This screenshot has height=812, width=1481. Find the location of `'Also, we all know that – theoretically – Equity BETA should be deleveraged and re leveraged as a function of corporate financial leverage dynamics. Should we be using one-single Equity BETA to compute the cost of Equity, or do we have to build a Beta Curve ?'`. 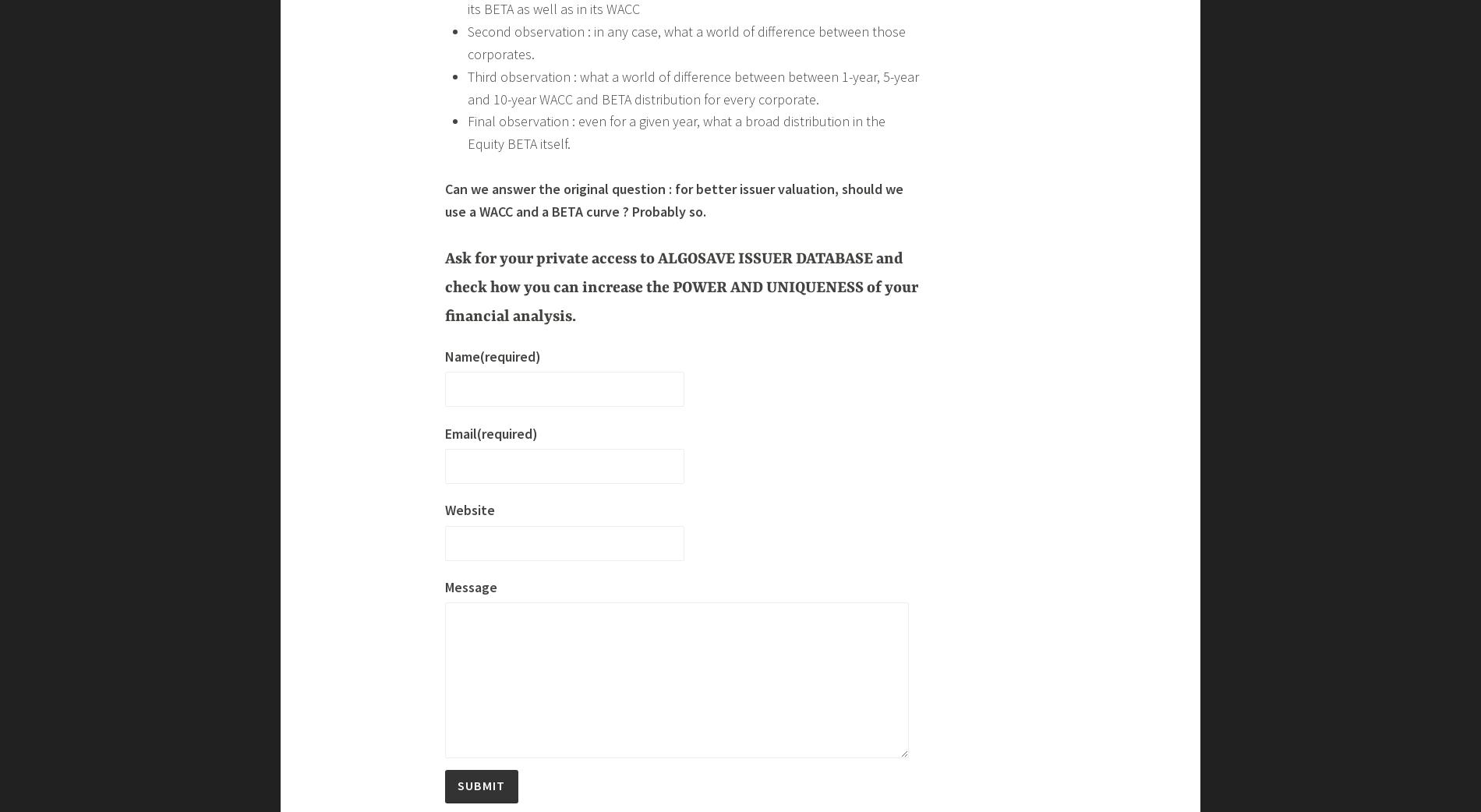

'Also, we all know that – theoretically – Equity BETA should be deleveraged and re leveraged as a function of corporate financial leverage dynamics. Should we be using one-single Equity BETA to compute the cost of Equity, or do we have to build a Beta Curve ?' is located at coordinates (682, 309).